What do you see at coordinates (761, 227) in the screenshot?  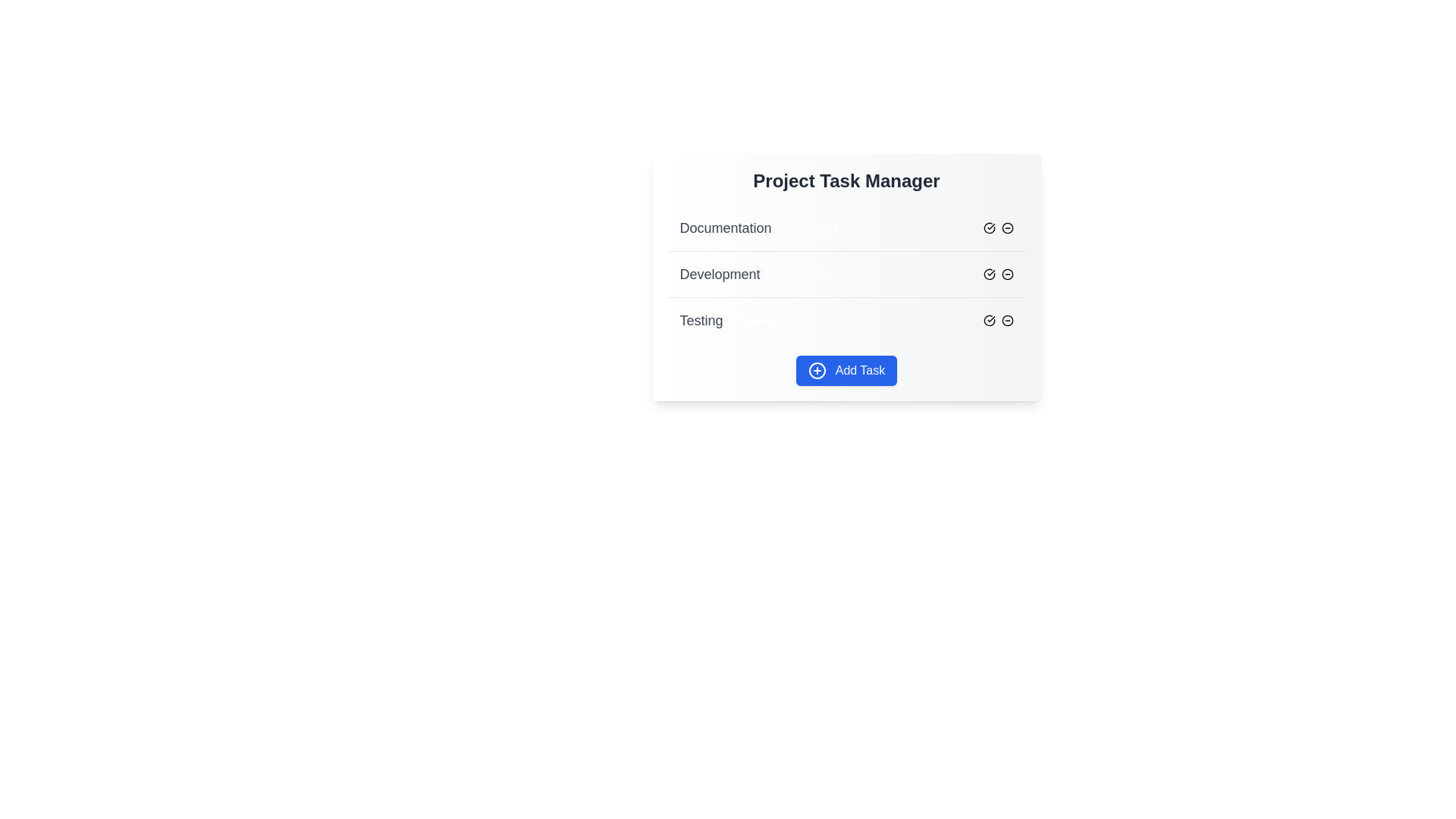 I see `the Composite text element displaying the task 'Documentation' and its status 'Completed' in the 'Project Task Manager' box` at bounding box center [761, 227].